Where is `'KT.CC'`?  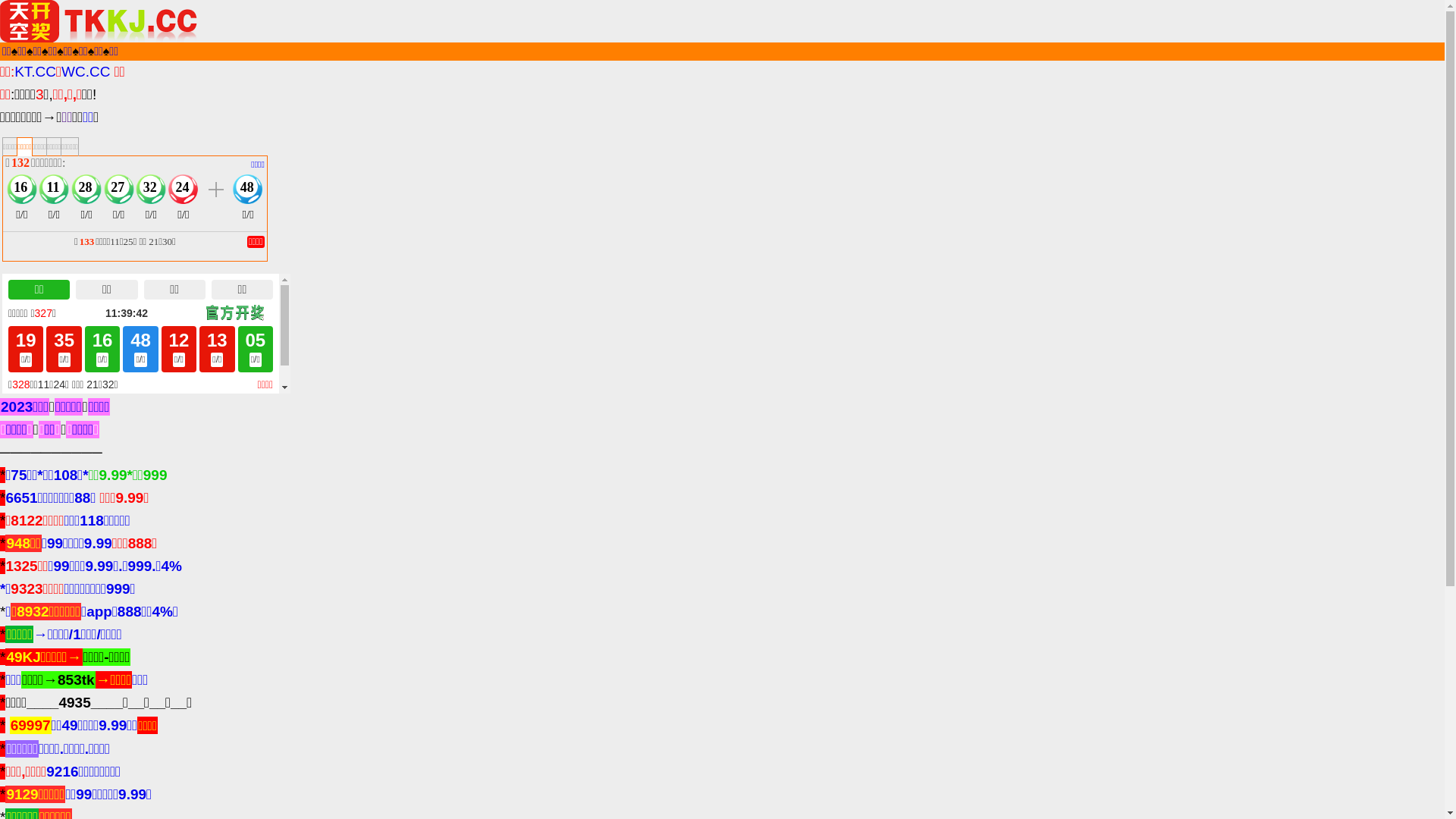 'KT.CC' is located at coordinates (14, 71).